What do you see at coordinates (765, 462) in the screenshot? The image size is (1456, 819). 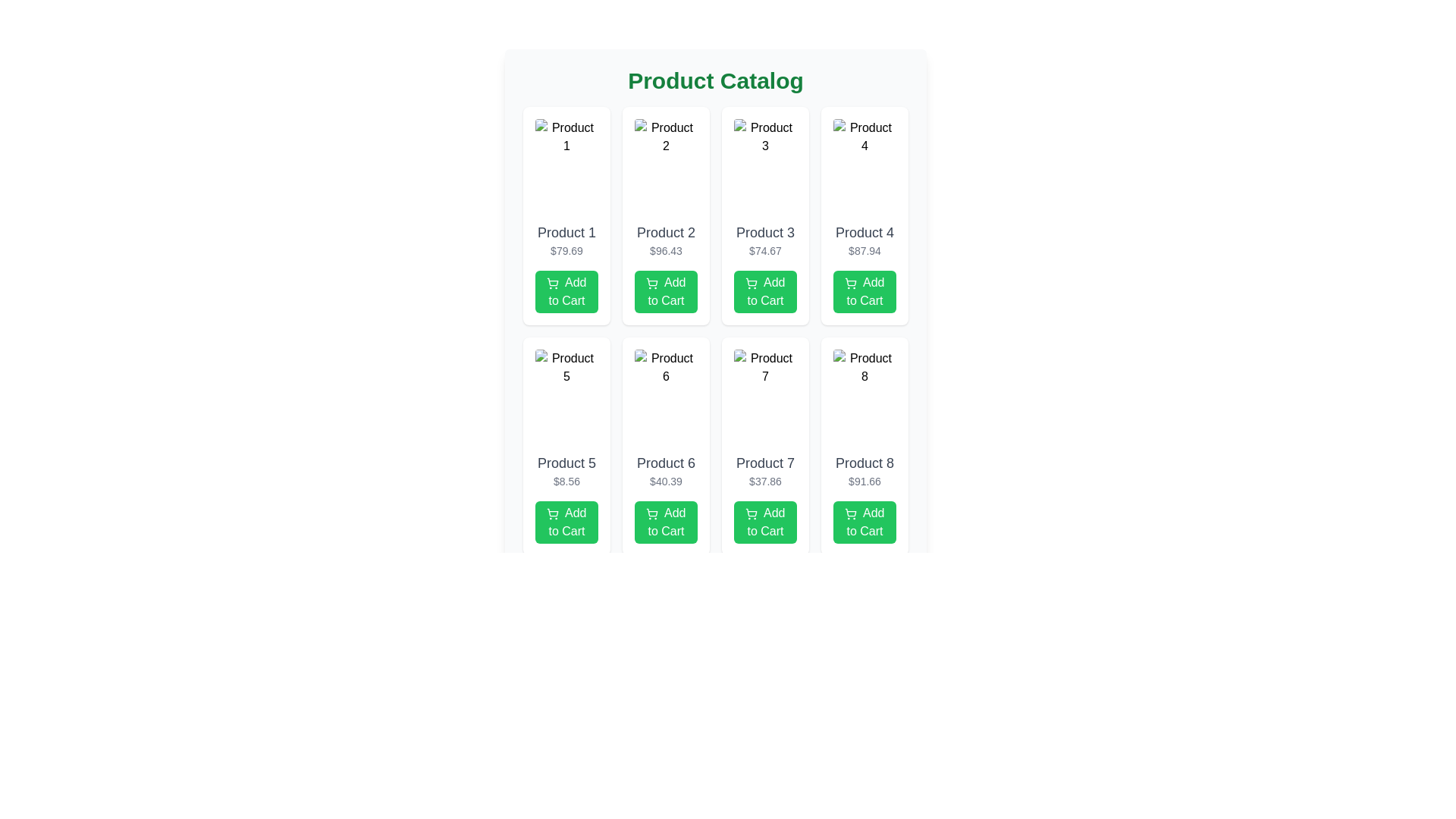 I see `the text label displaying 'Product 7' in the second row and third column of the 'Product Catalog'` at bounding box center [765, 462].